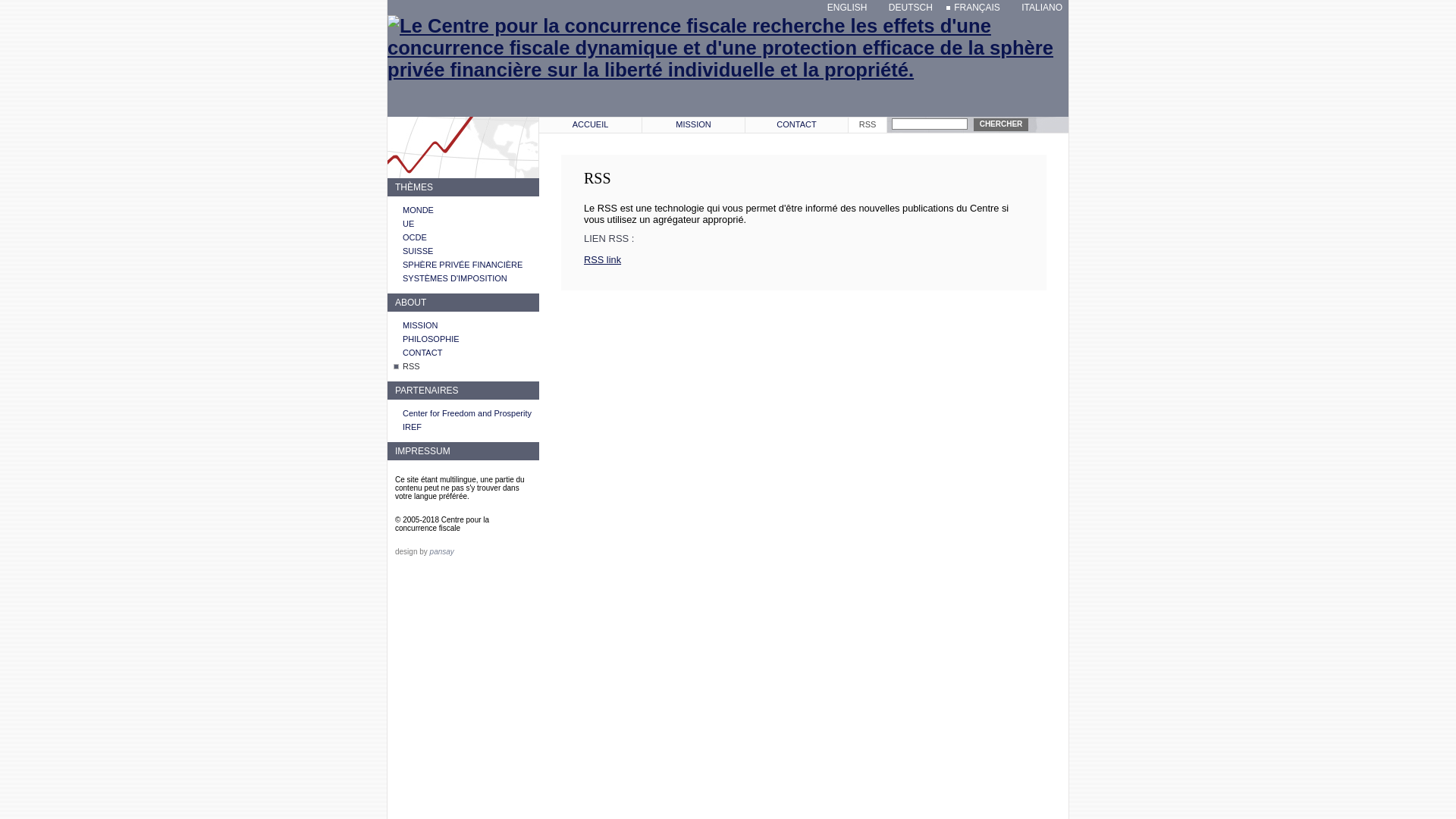 The width and height of the screenshot is (1456, 819). Describe the element at coordinates (745, 124) in the screenshot. I see `'CONTACT'` at that location.